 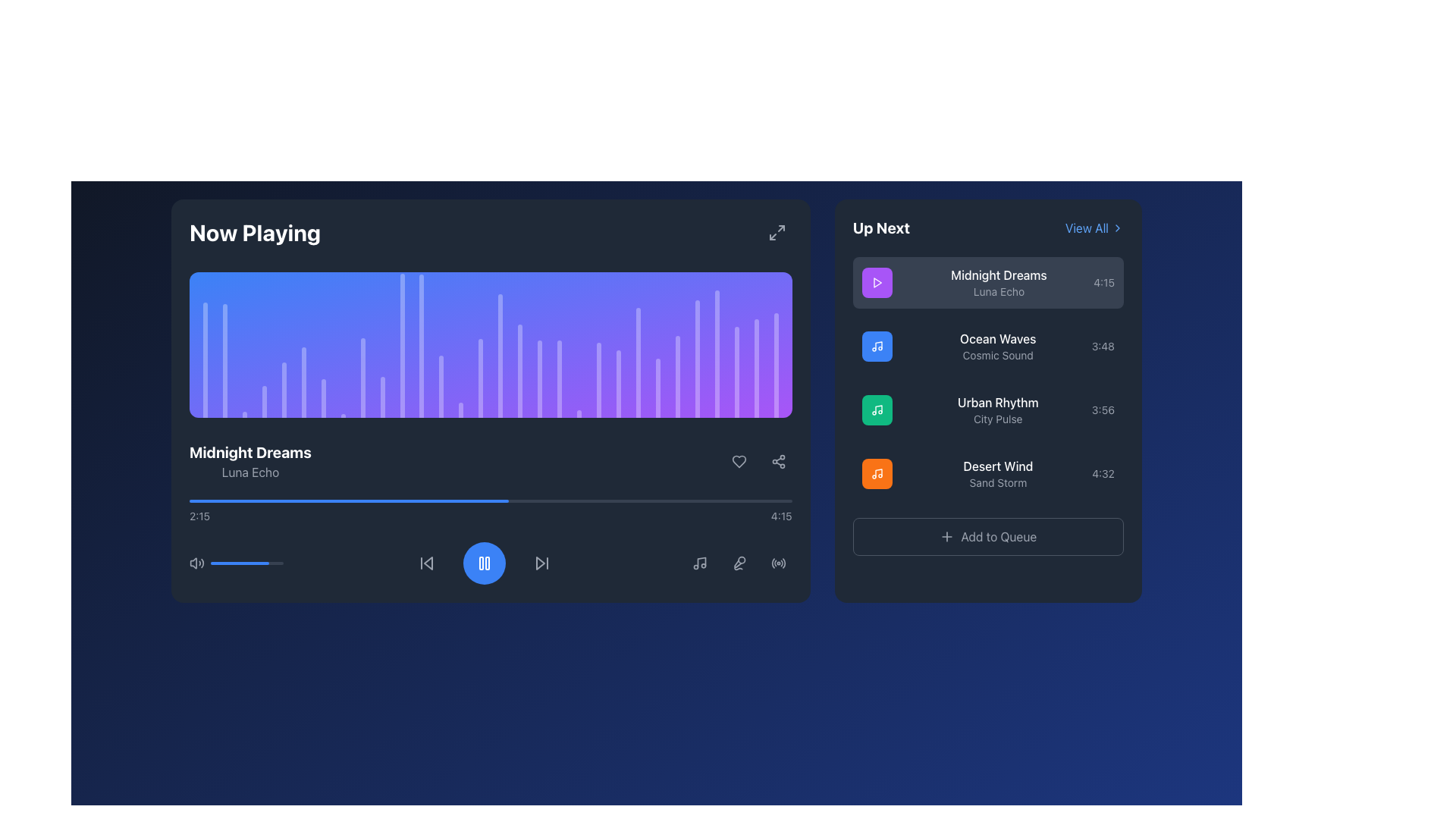 I want to click on the slider, so click(x=247, y=563).